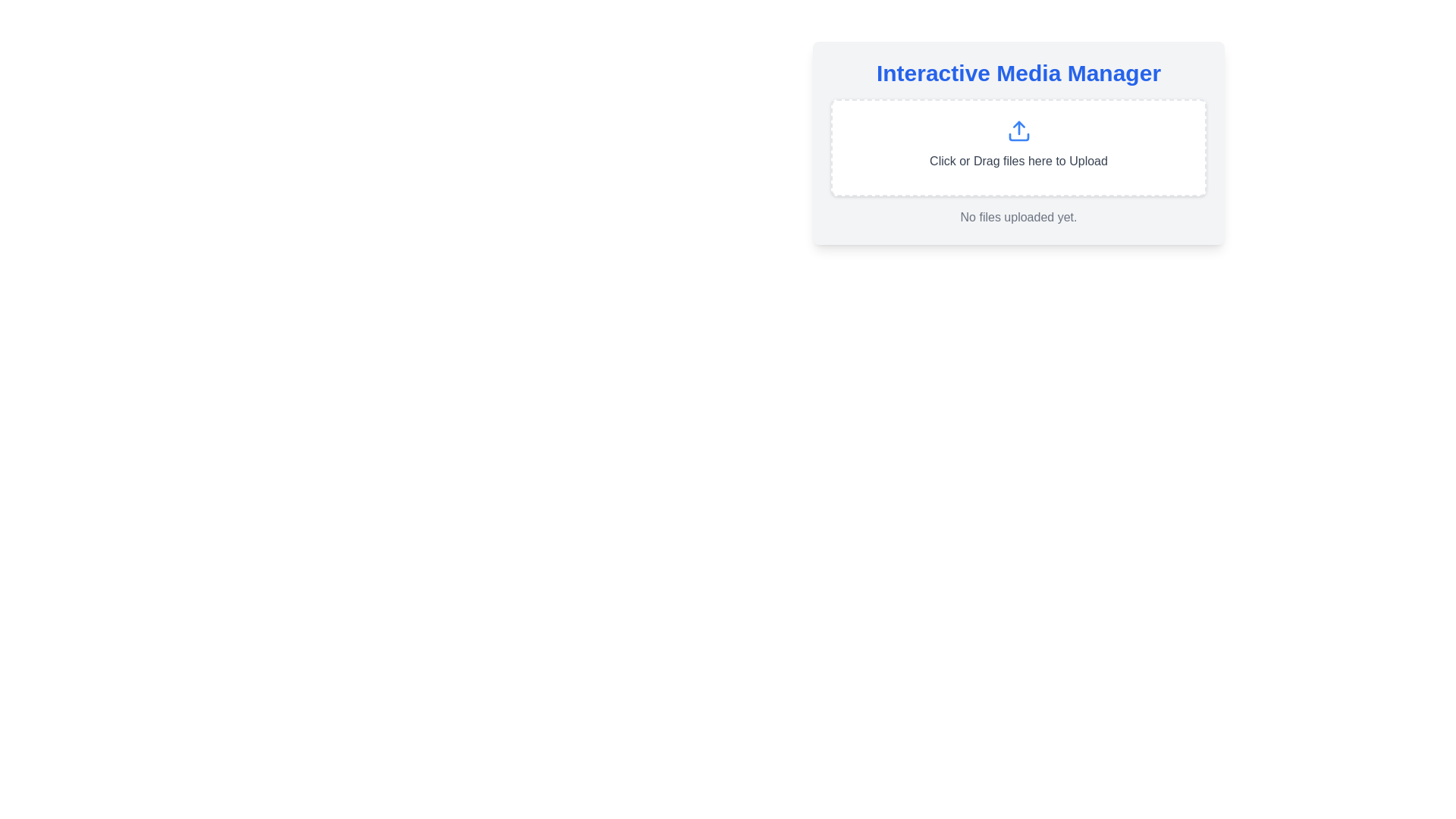 The height and width of the screenshot is (819, 1456). What do you see at coordinates (1018, 161) in the screenshot?
I see `the text label displaying 'Click or Drag files here to Upload', which is centered beneath the upload icon within a dashed rectangular area` at bounding box center [1018, 161].